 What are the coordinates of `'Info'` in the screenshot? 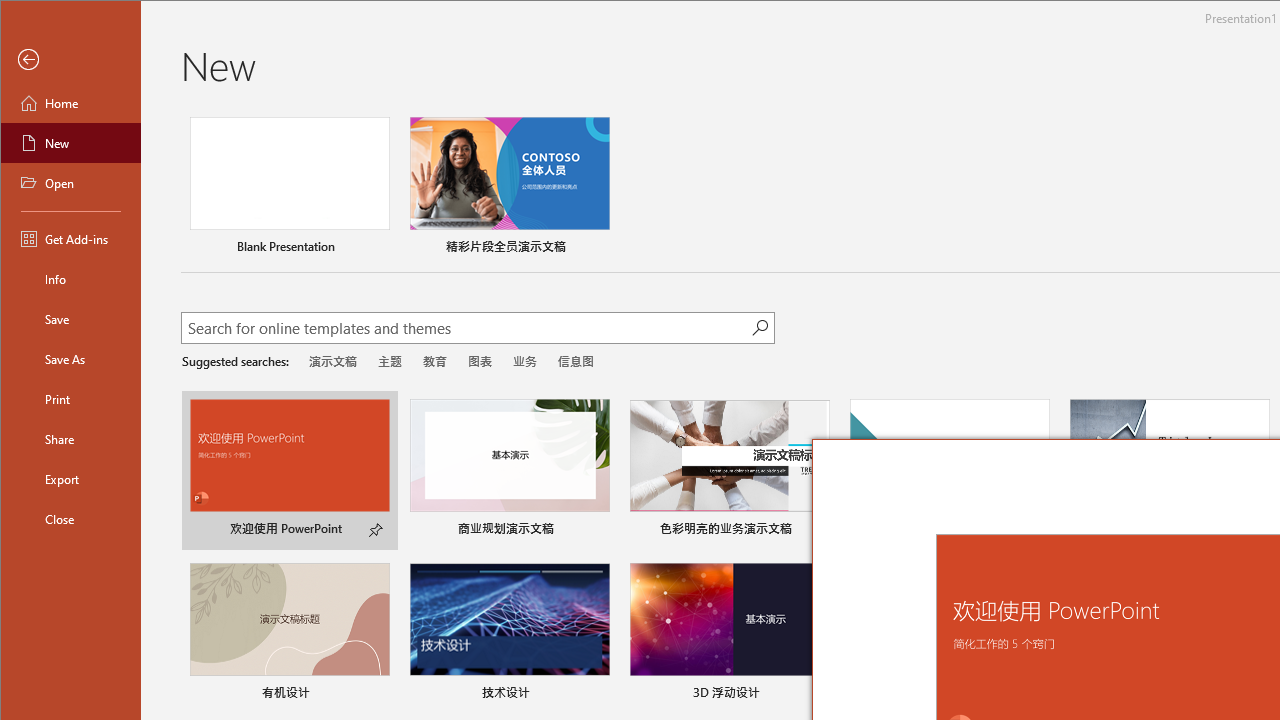 It's located at (71, 279).